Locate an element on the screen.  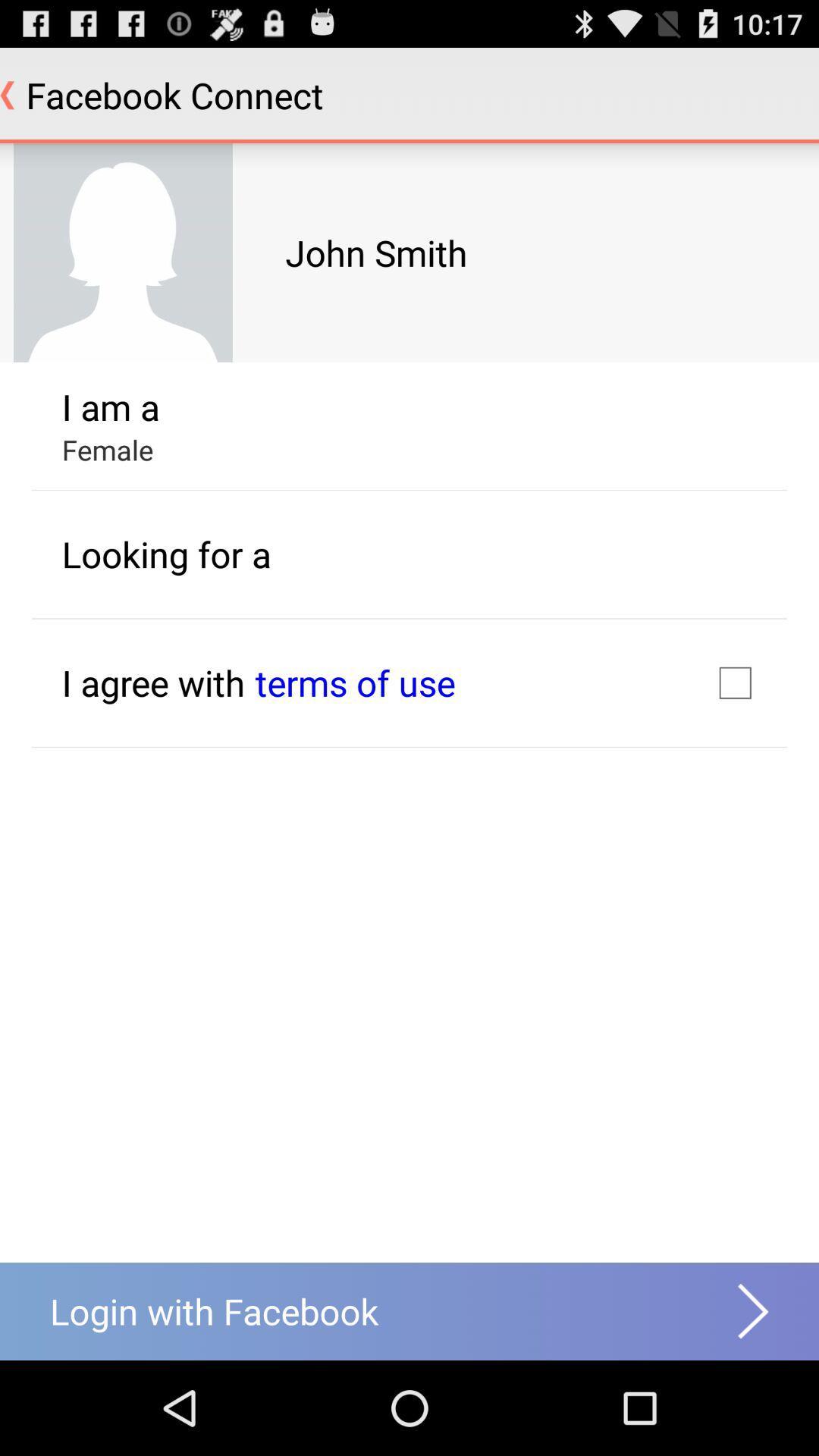
the icon on the right is located at coordinates (734, 682).